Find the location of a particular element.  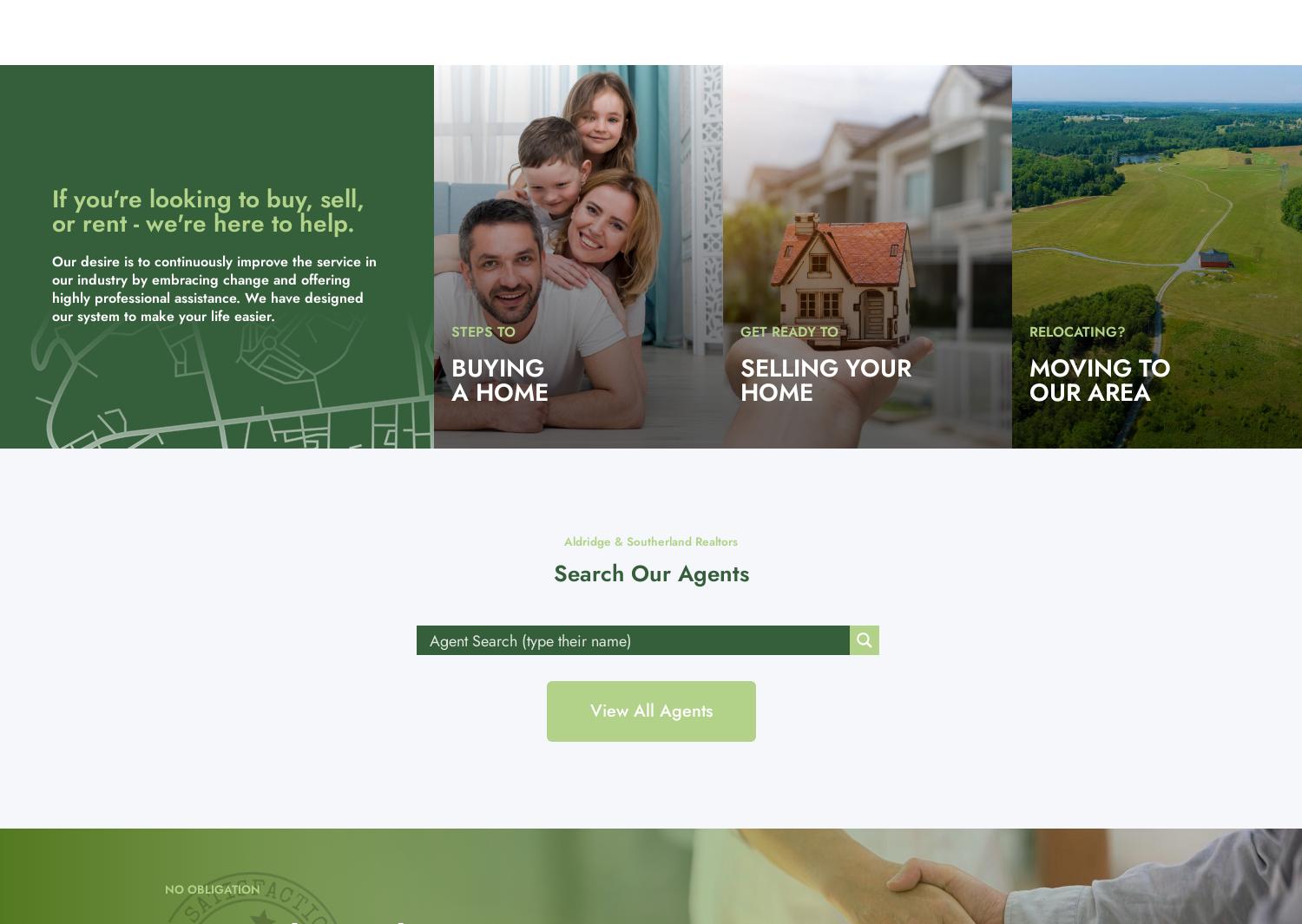

'Aldridge & Southerland Realtors' is located at coordinates (563, 541).